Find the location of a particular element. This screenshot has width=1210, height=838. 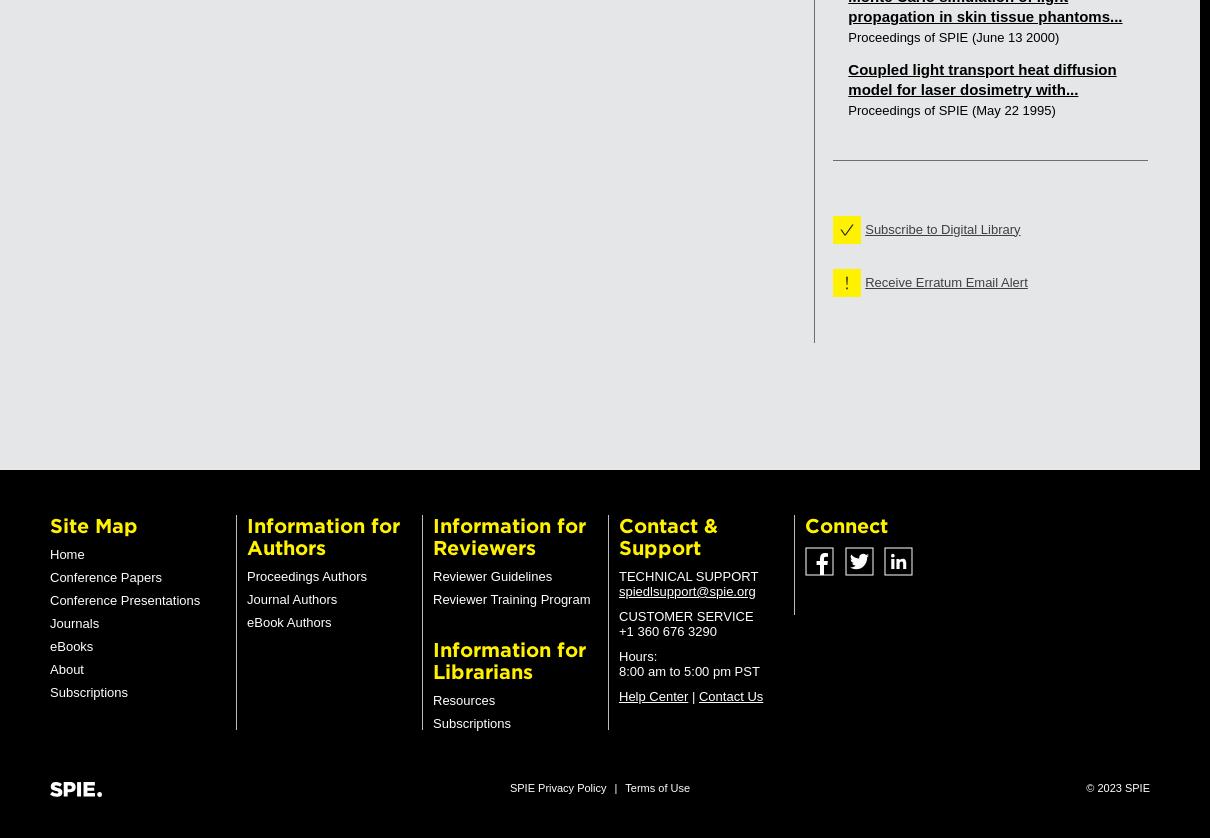

'TECHNICAL SUPPORT' is located at coordinates (687, 576).